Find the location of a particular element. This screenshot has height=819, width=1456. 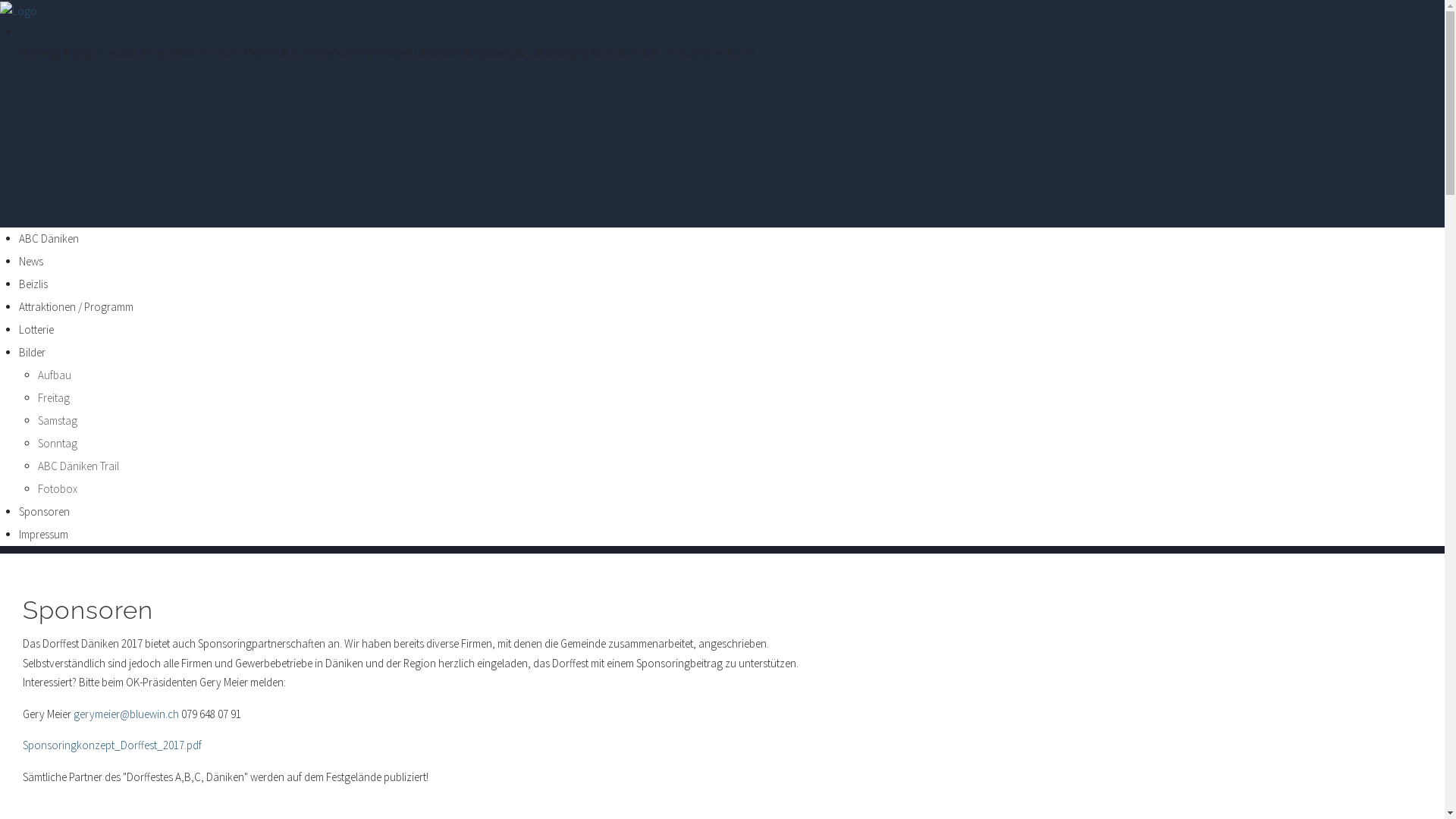

'Bilder' is located at coordinates (32, 352).